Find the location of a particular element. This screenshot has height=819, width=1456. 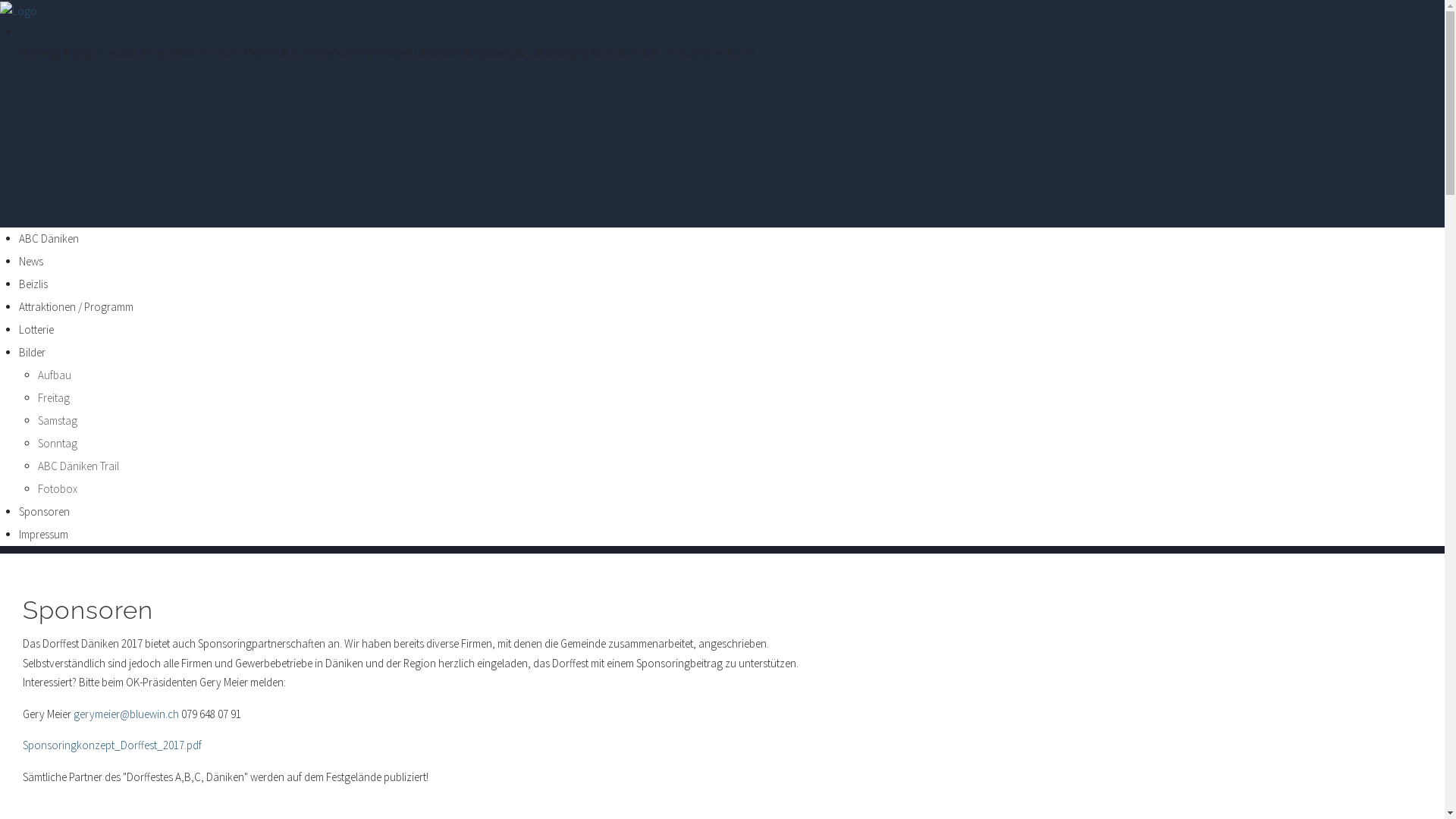

'Bilder' is located at coordinates (32, 352).